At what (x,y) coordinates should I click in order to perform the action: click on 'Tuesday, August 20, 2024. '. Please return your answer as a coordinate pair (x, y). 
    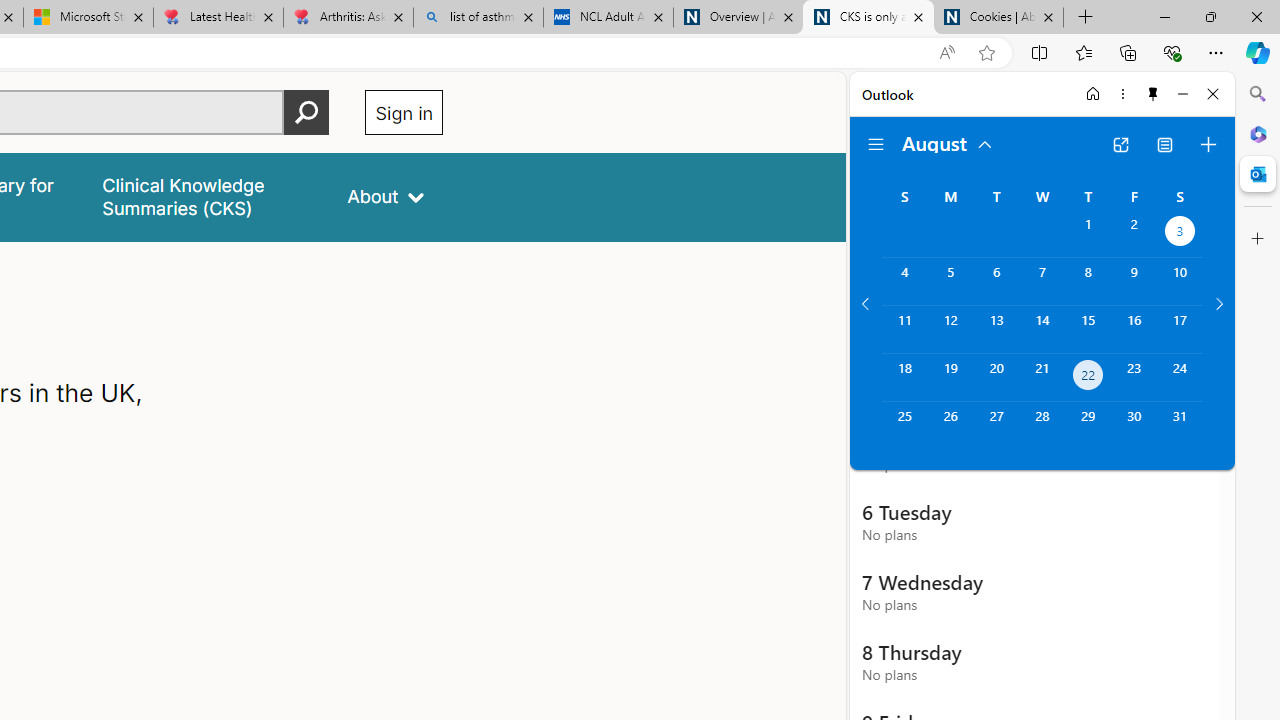
    Looking at the image, I should click on (996, 377).